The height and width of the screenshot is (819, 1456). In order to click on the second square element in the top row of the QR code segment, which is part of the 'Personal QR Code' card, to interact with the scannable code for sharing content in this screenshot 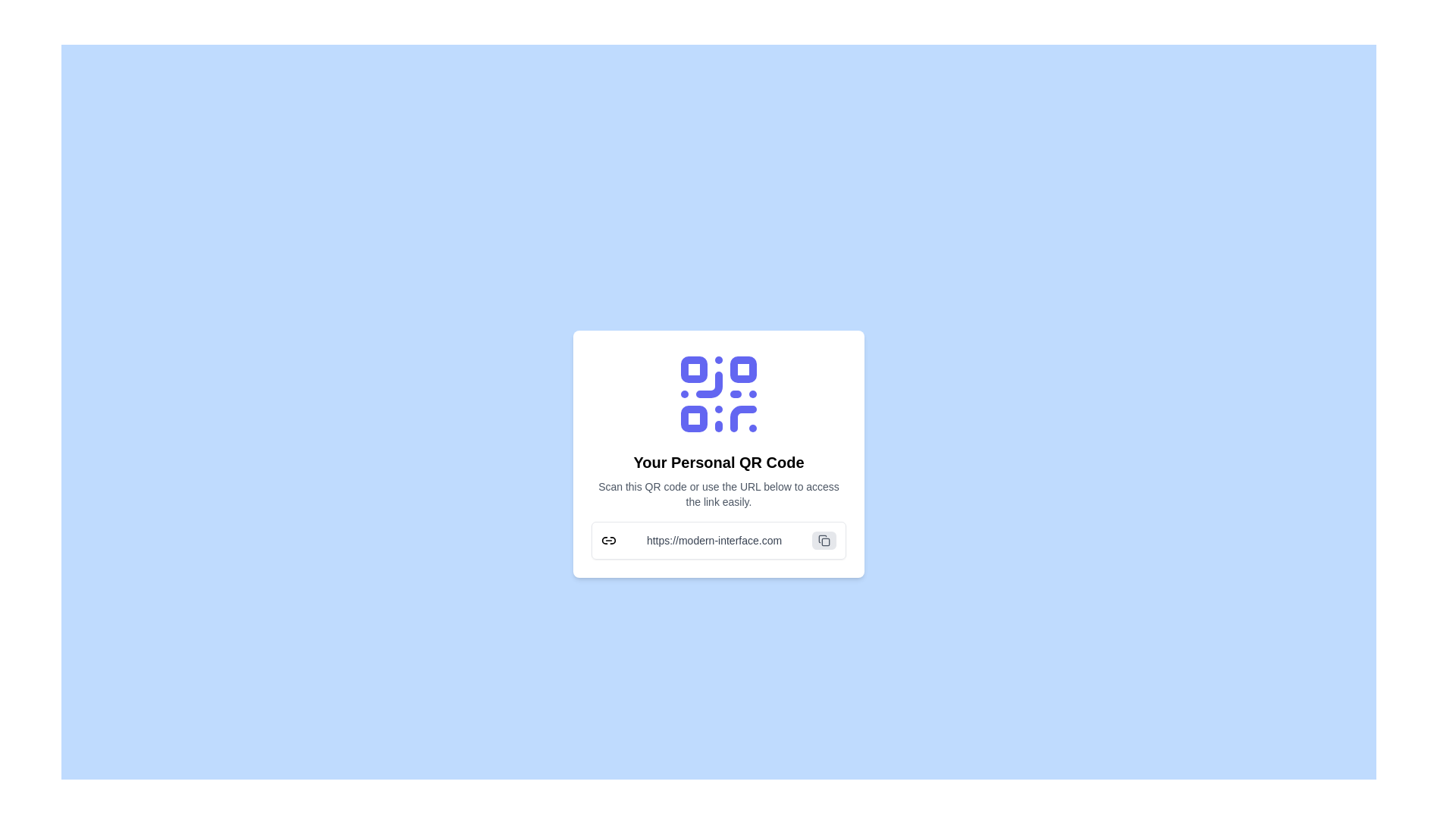, I will do `click(743, 369)`.